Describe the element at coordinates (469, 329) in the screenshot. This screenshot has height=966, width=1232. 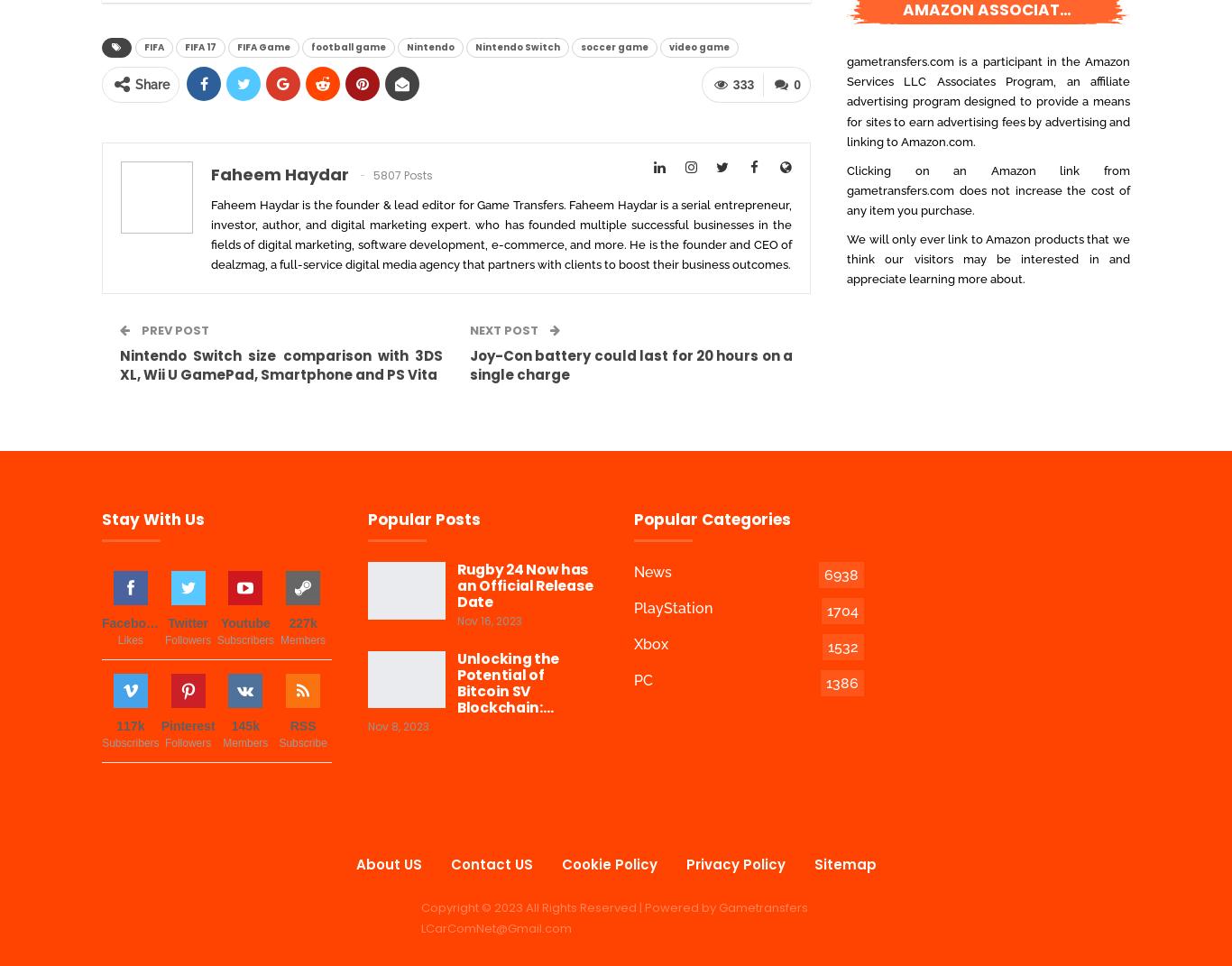
I see `'Next Post'` at that location.